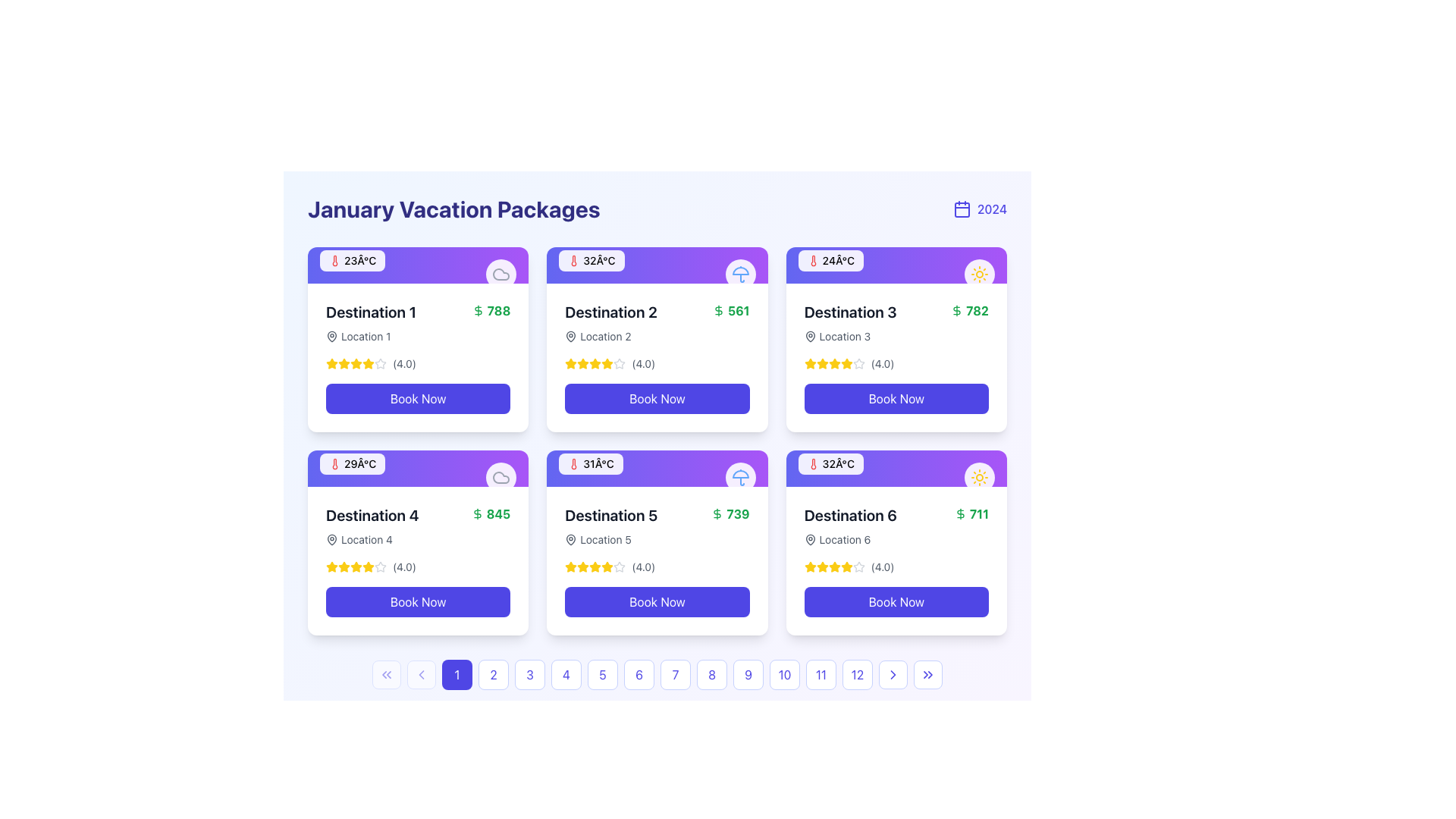 This screenshot has height=819, width=1456. I want to click on the 'Book Now' button, which is a rectangular button with a purple background and white text, located at the bottom part of the third card in the top row of a grid displaying vacation packages, so click(896, 397).